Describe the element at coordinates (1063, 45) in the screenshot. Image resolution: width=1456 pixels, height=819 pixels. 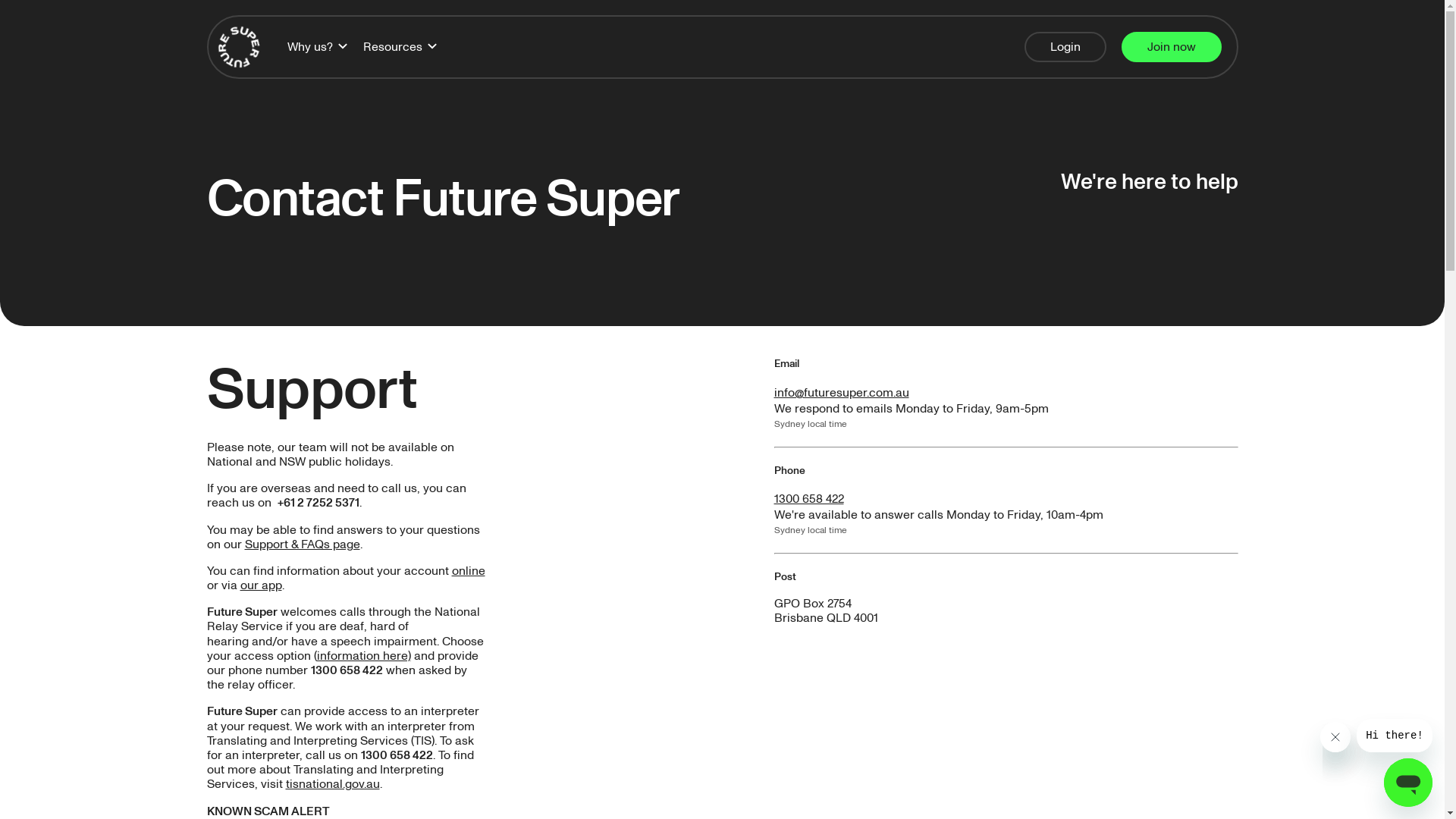
I see `'Login'` at that location.